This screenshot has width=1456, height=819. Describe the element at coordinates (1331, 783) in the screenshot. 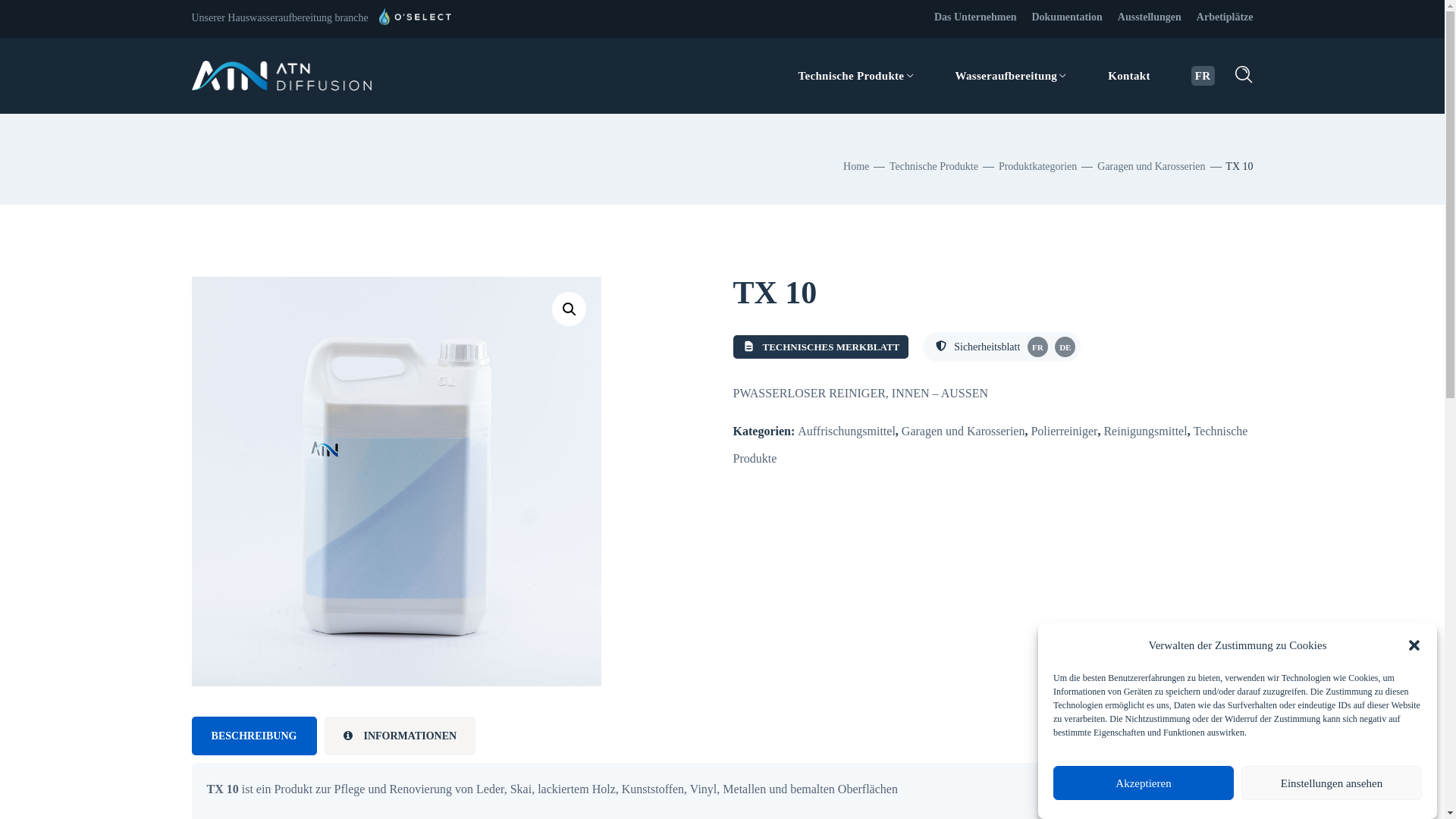

I see `'Einstellungen ansehen'` at that location.